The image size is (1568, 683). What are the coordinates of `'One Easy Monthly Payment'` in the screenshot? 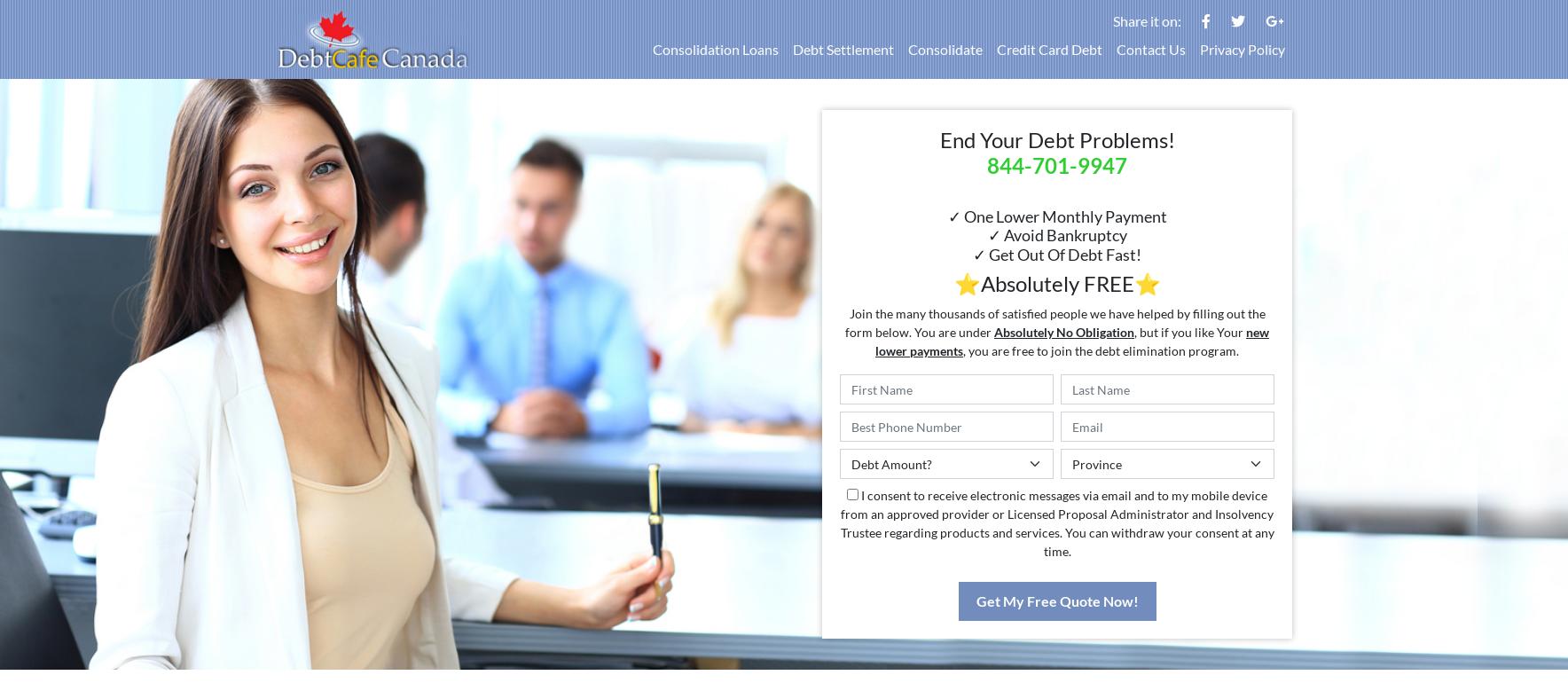 It's located at (1039, 628).